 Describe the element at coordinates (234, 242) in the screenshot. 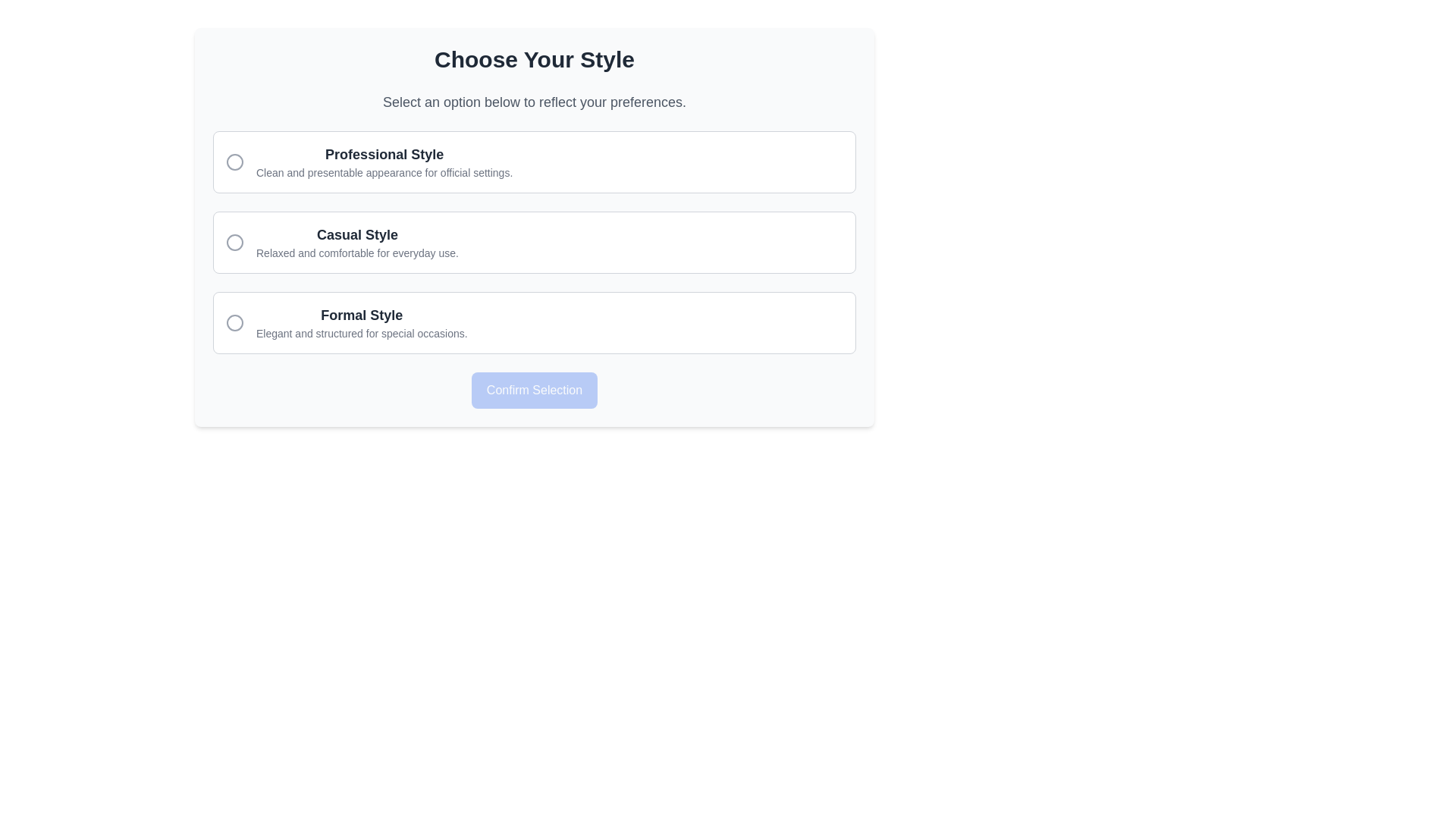

I see `SVG Circle representing the selection state of the 'Casual Style' option using developer tools` at that location.